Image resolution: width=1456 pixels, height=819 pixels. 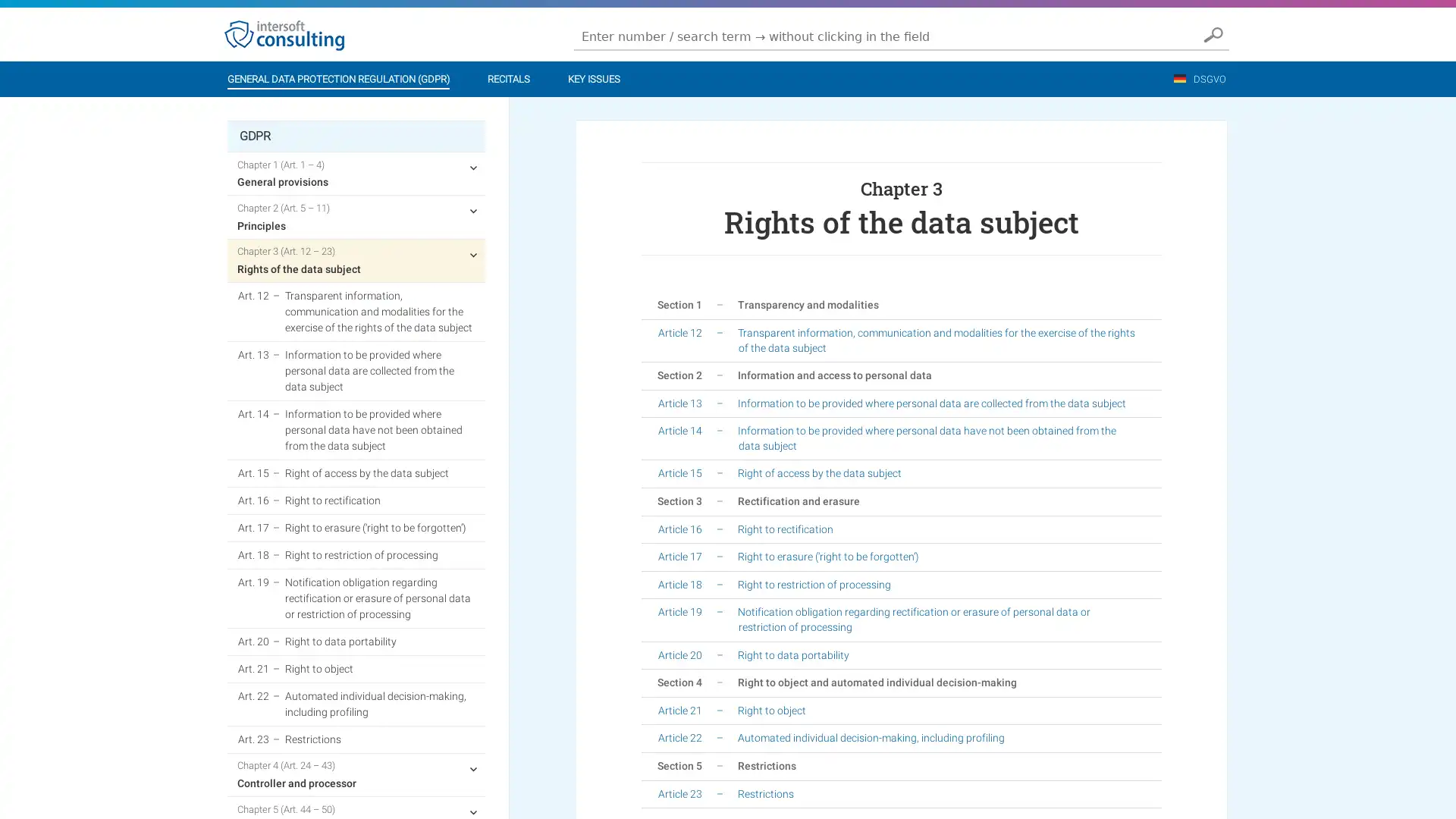 What do you see at coordinates (472, 768) in the screenshot?
I see `expand child menu` at bounding box center [472, 768].